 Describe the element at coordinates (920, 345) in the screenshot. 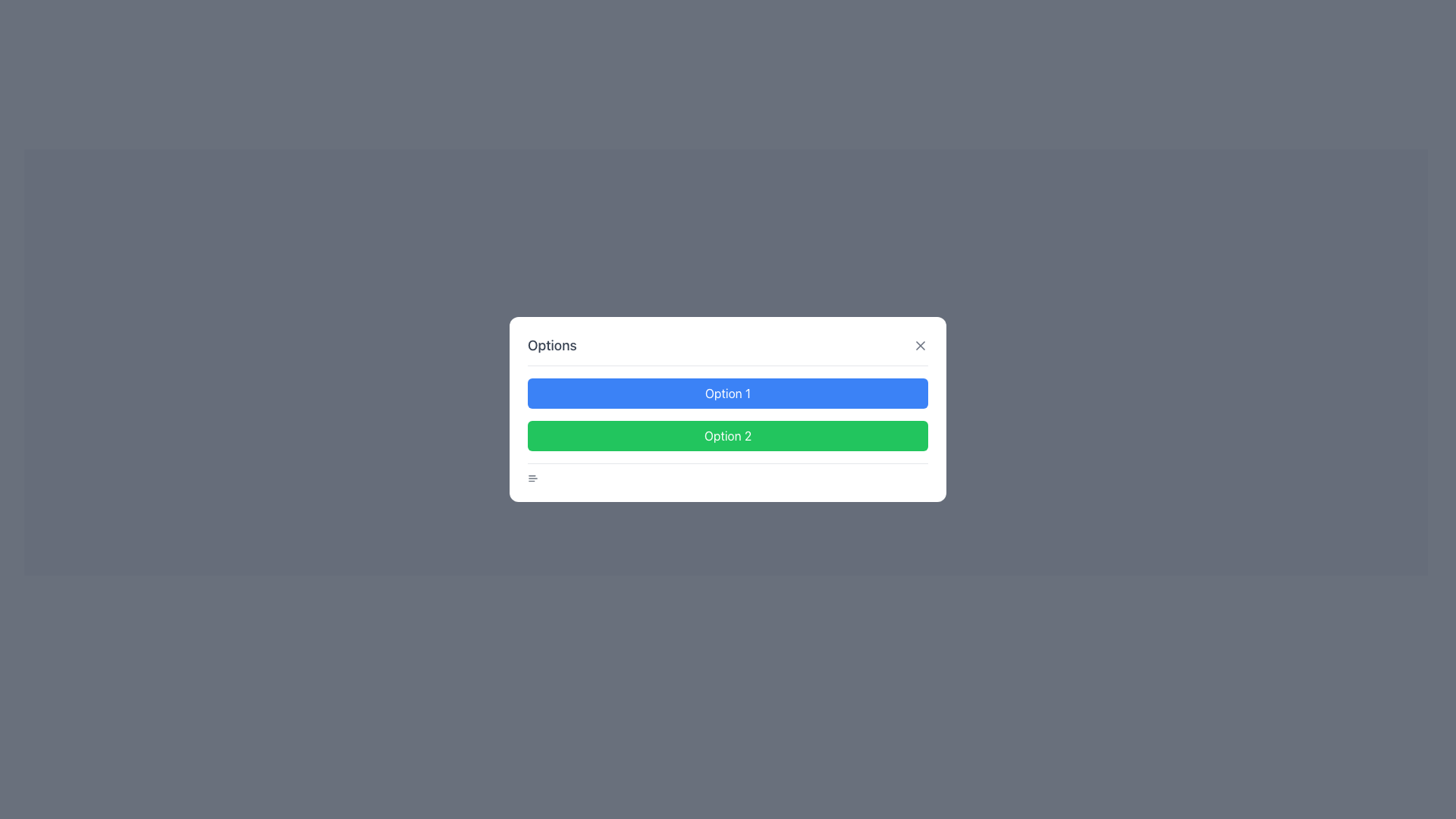

I see `the close button icon located in the top-right corner of the 'Options' modal header` at that location.